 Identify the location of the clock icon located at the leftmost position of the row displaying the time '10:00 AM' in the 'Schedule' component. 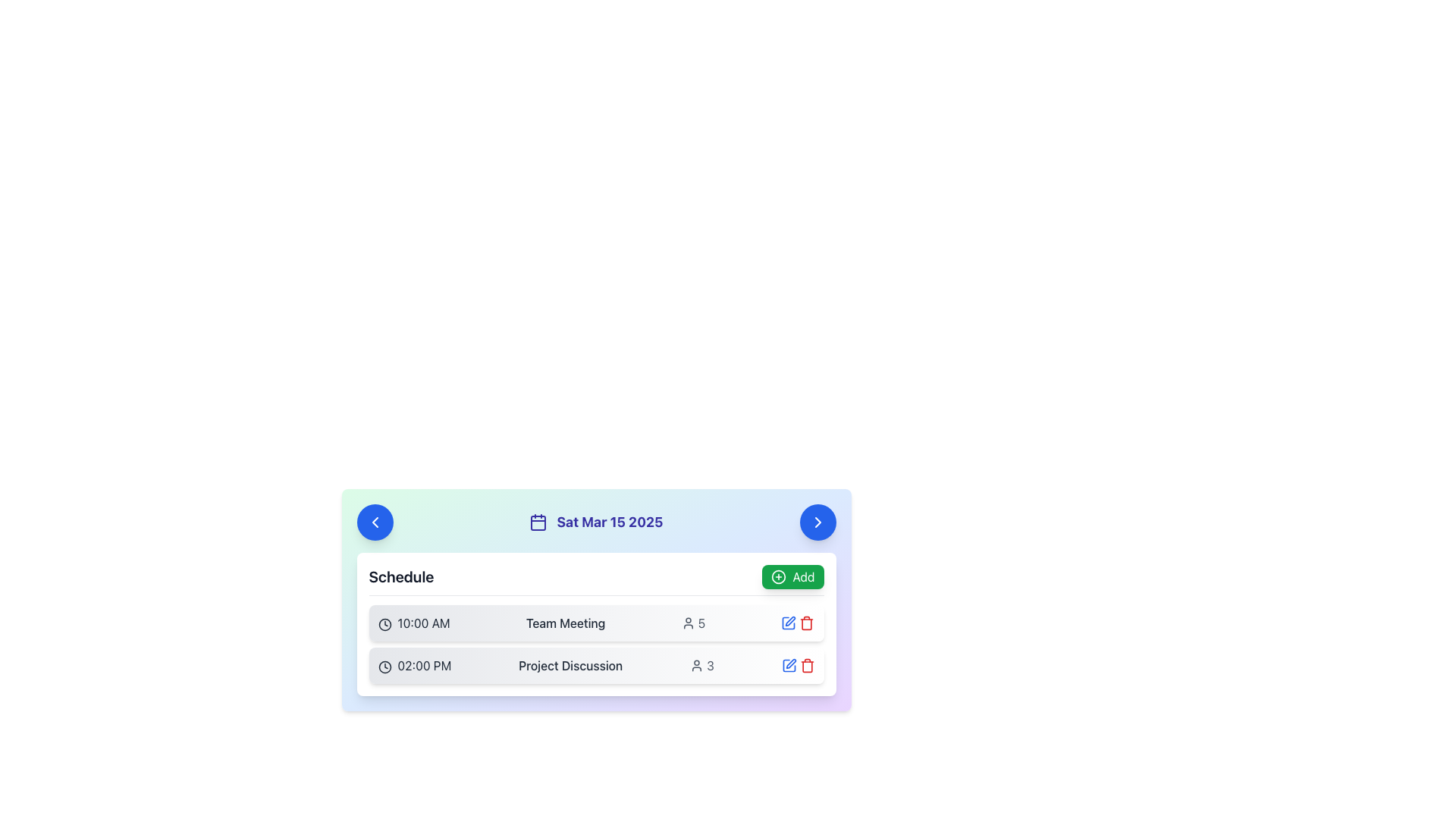
(384, 624).